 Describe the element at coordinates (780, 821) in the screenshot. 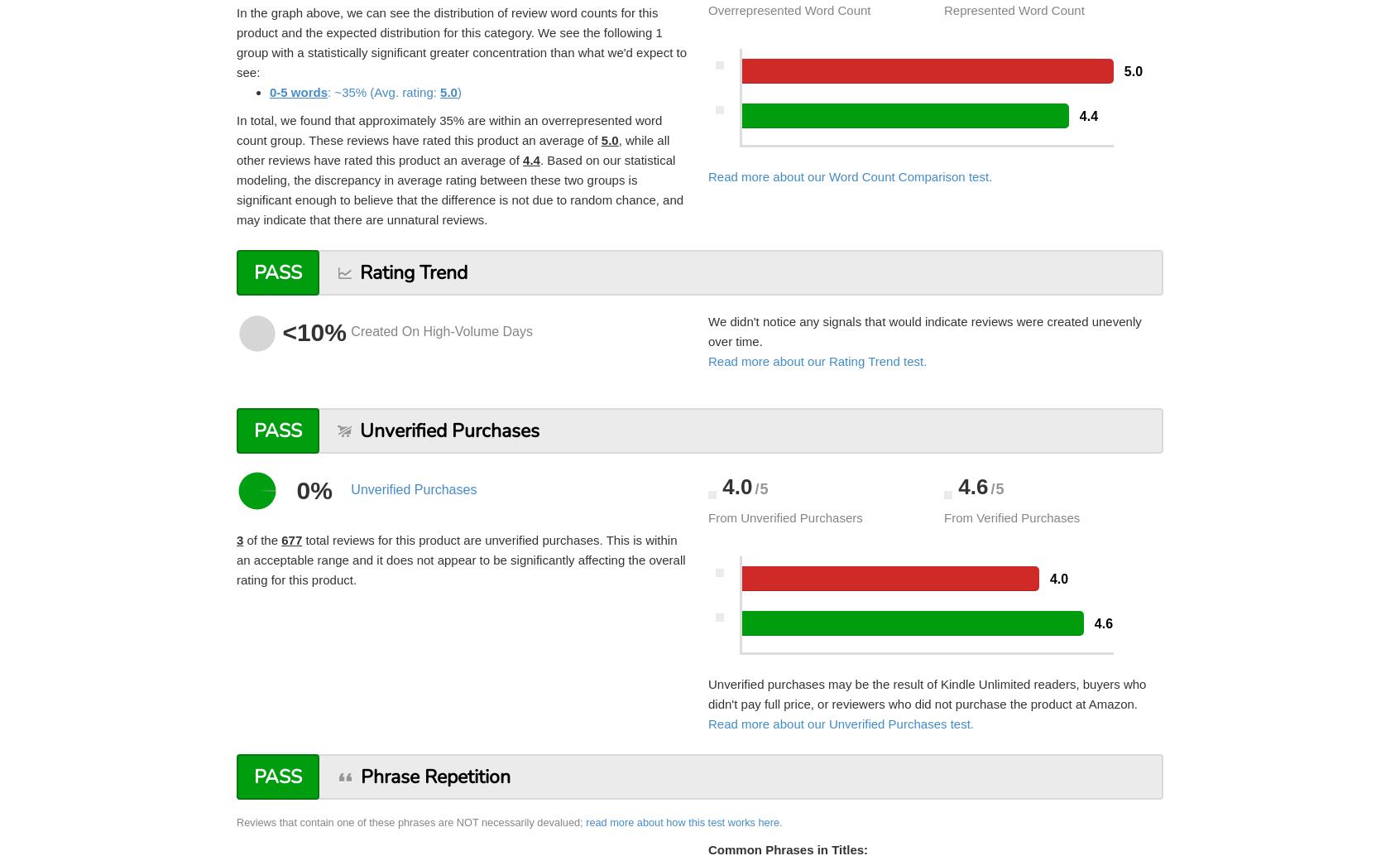

I see `'.'` at that location.